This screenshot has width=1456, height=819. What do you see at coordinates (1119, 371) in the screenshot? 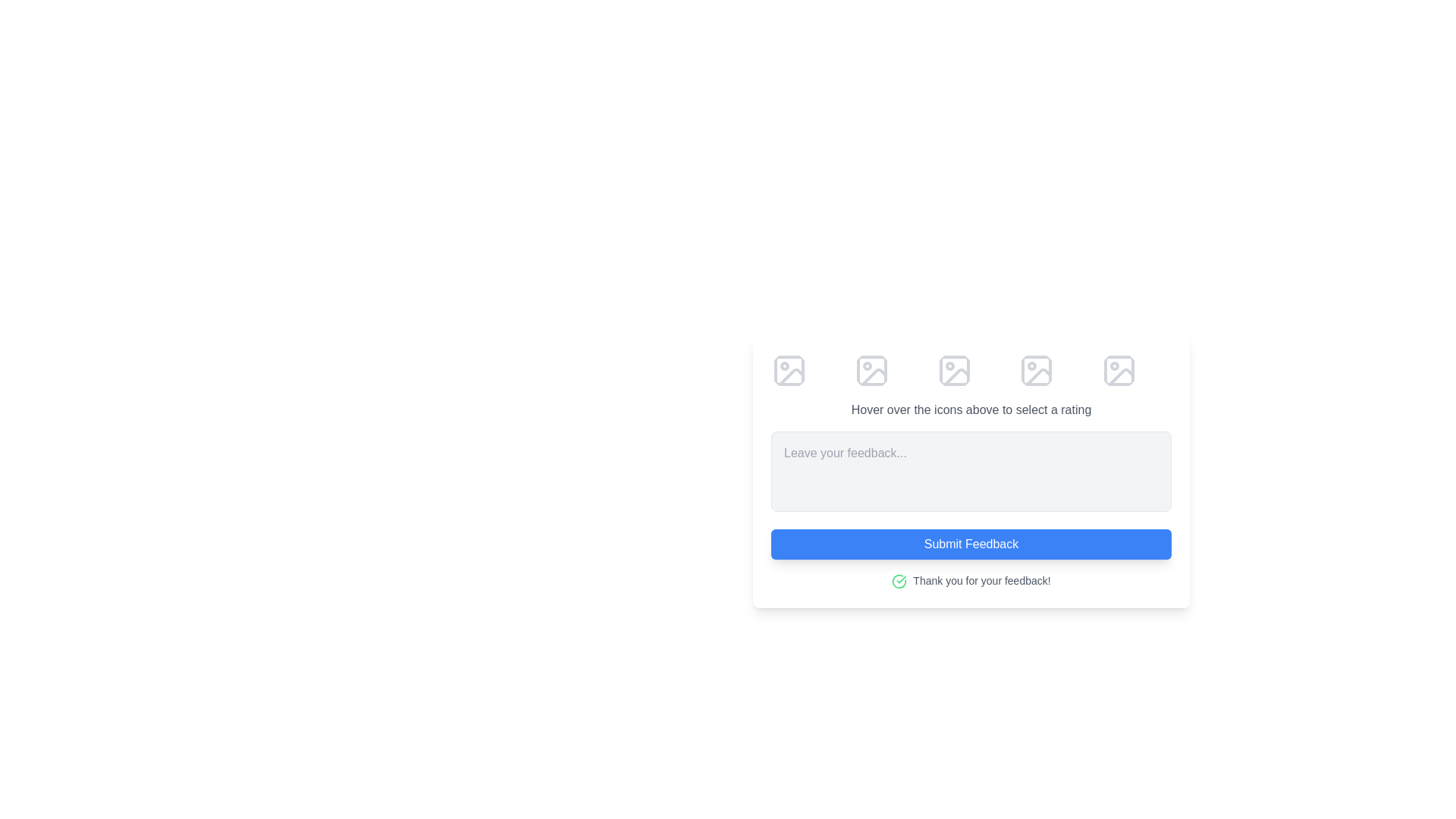
I see `the rectangular graphical image placeholder icon with rounded corners, styled in light gray, located in the top-right quadrant of the panel as the fourth icon in the row` at bounding box center [1119, 371].